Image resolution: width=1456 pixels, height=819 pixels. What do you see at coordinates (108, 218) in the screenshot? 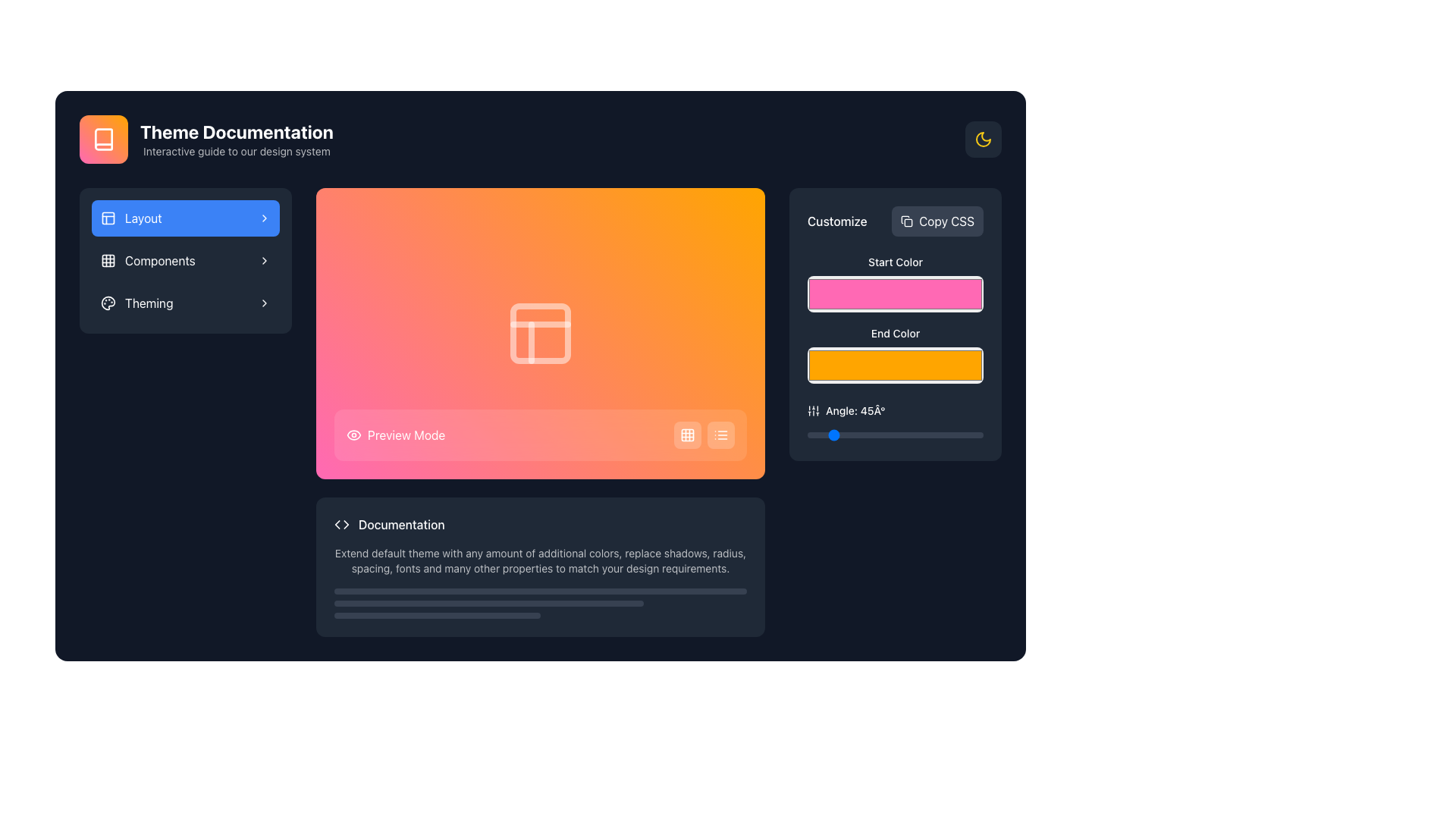
I see `the 'Layout' icon located in the left sidebar, which serves as a visual indicator for the Layout section` at bounding box center [108, 218].